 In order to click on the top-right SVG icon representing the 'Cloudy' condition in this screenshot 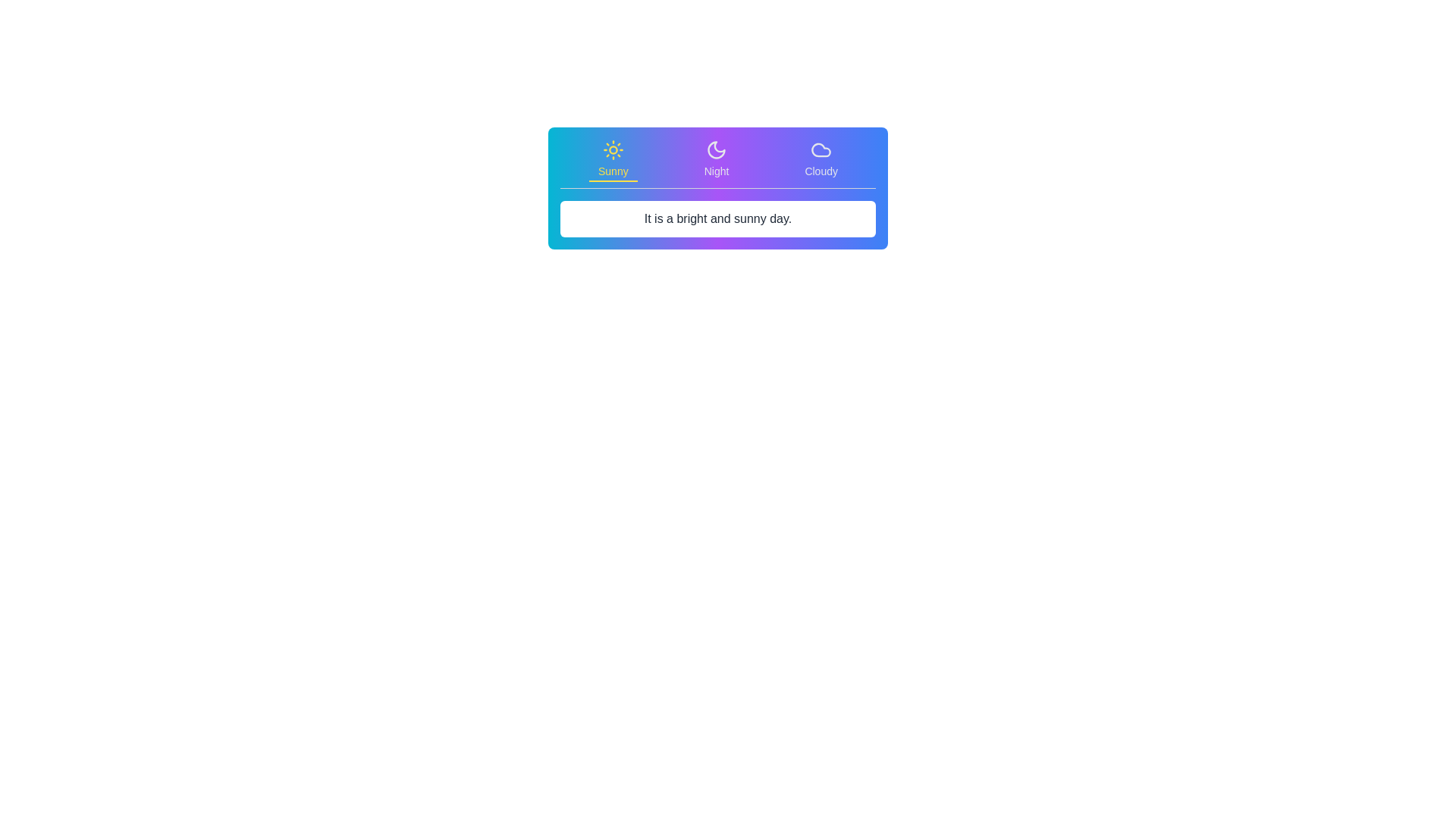, I will do `click(821, 149)`.